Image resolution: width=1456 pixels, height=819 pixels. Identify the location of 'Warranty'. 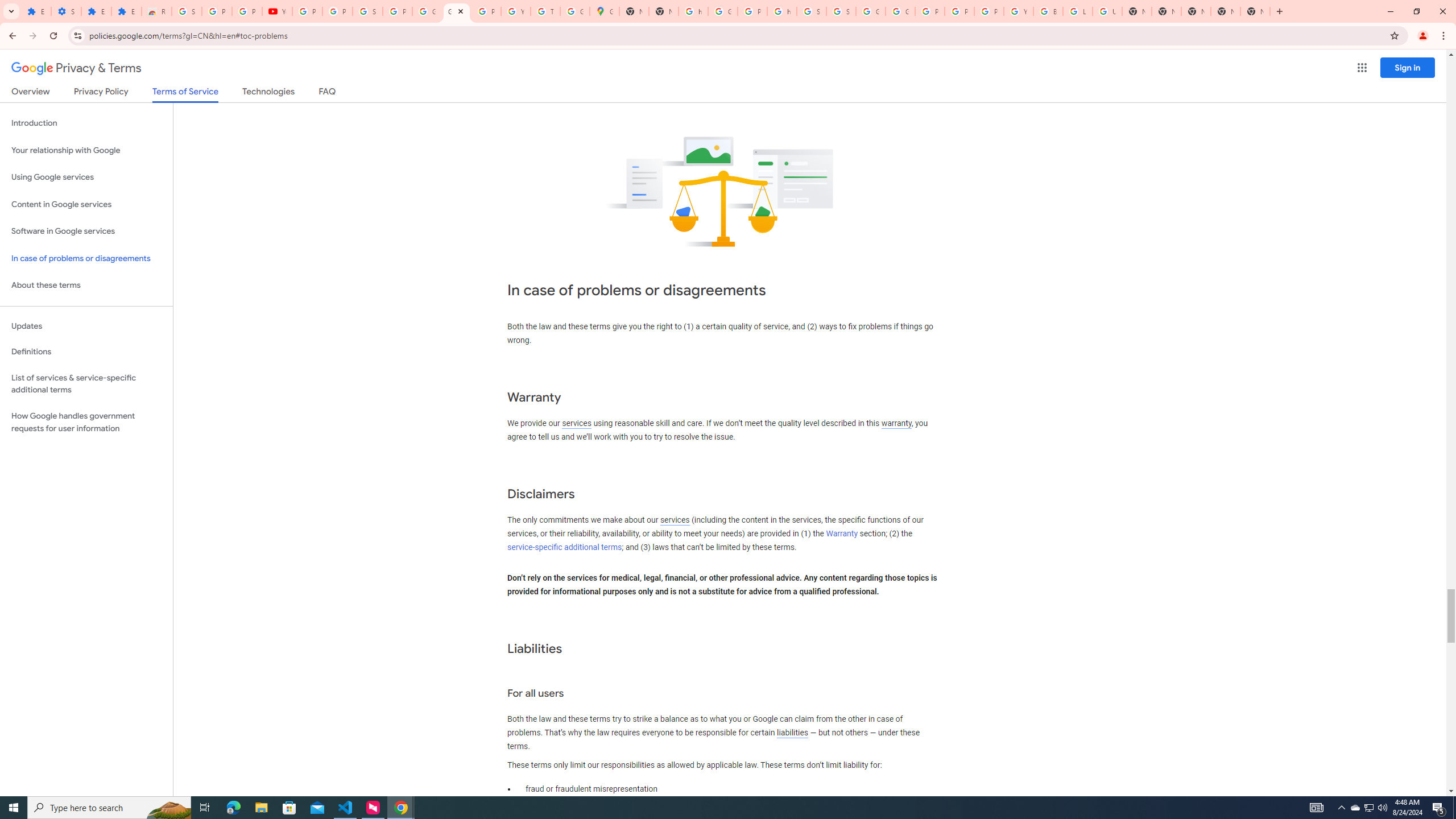
(841, 533).